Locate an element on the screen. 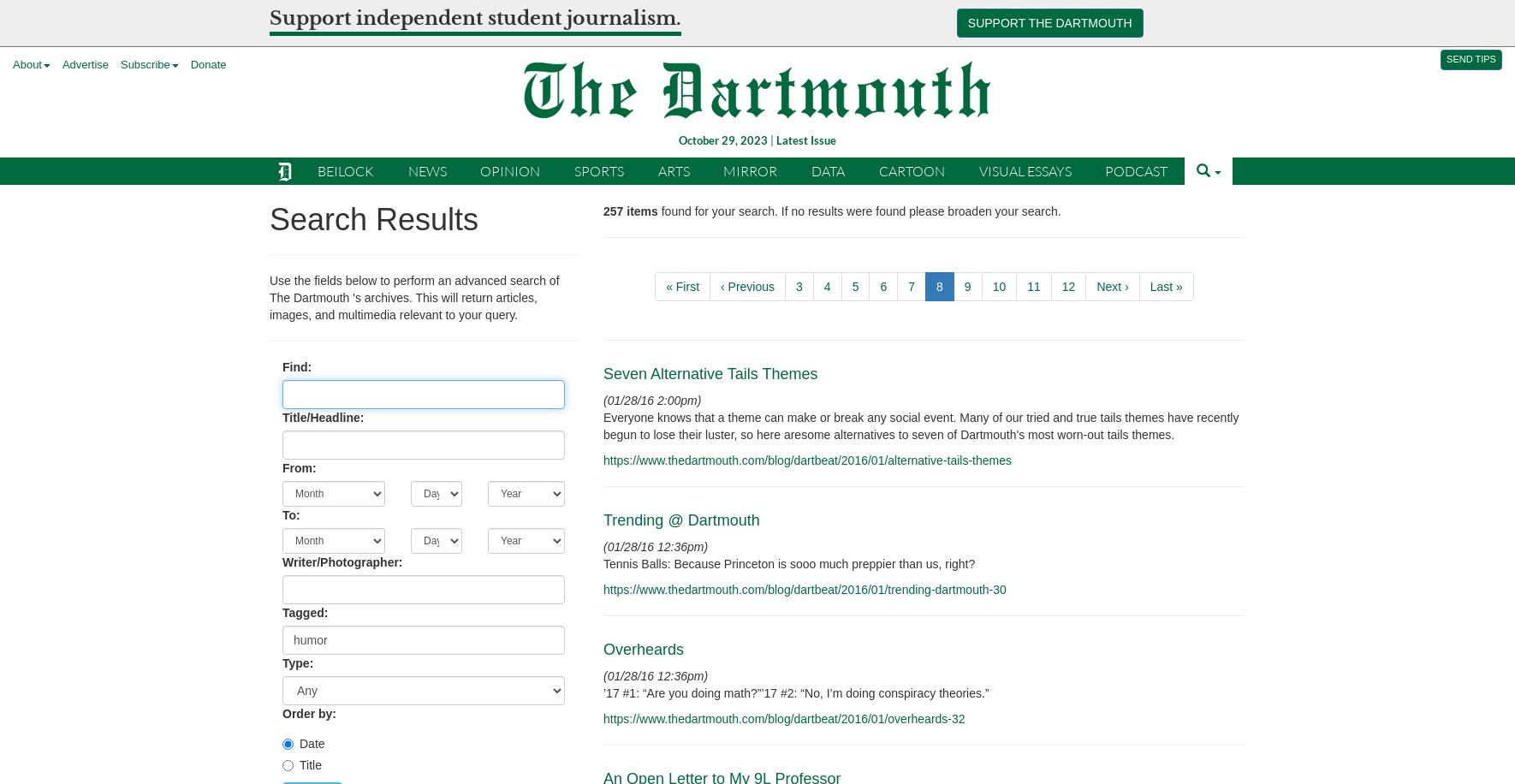 Image resolution: width=1515 pixels, height=784 pixels. 'Arts' is located at coordinates (673, 169).